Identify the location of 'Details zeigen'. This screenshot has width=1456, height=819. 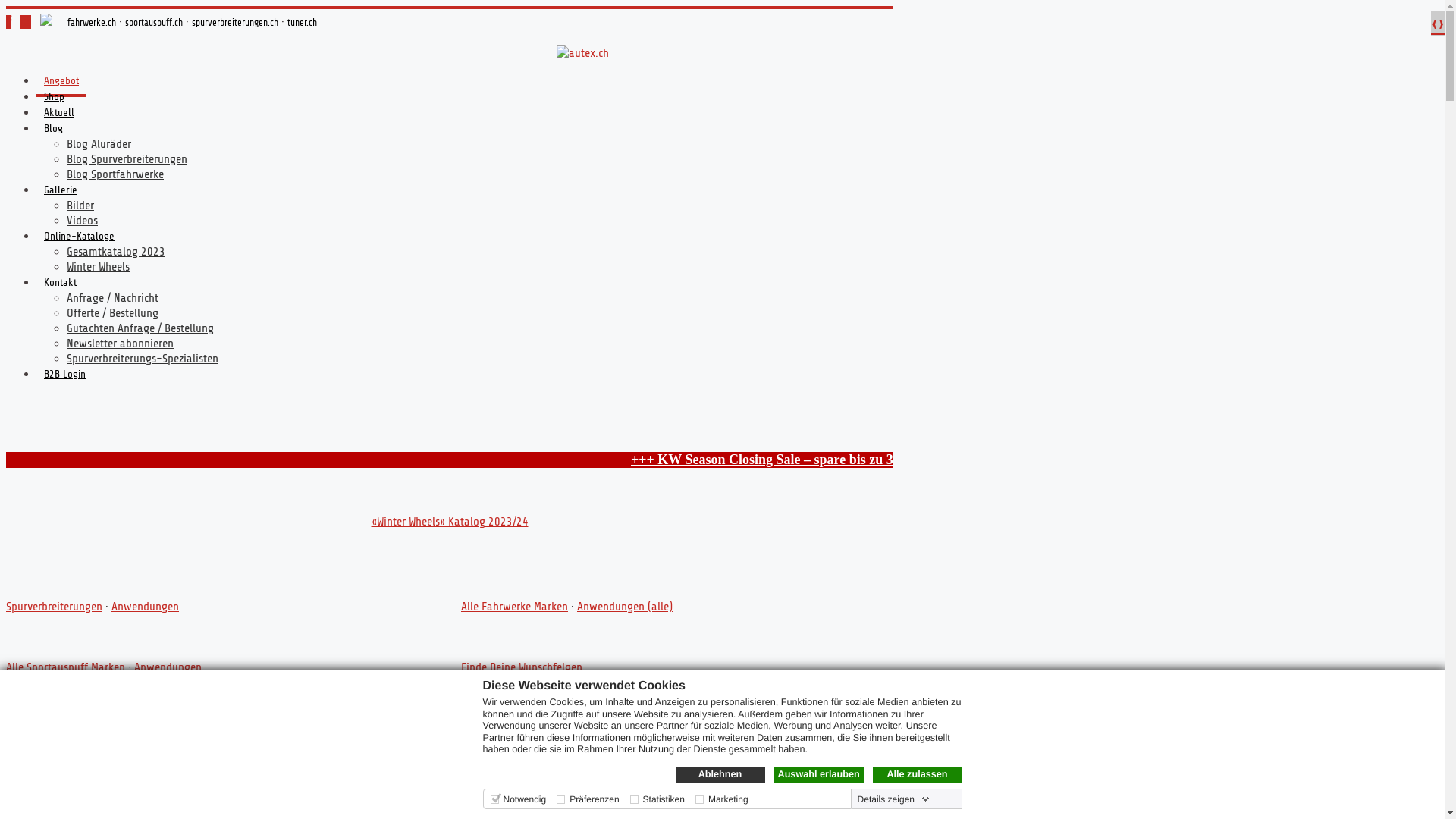
(893, 798).